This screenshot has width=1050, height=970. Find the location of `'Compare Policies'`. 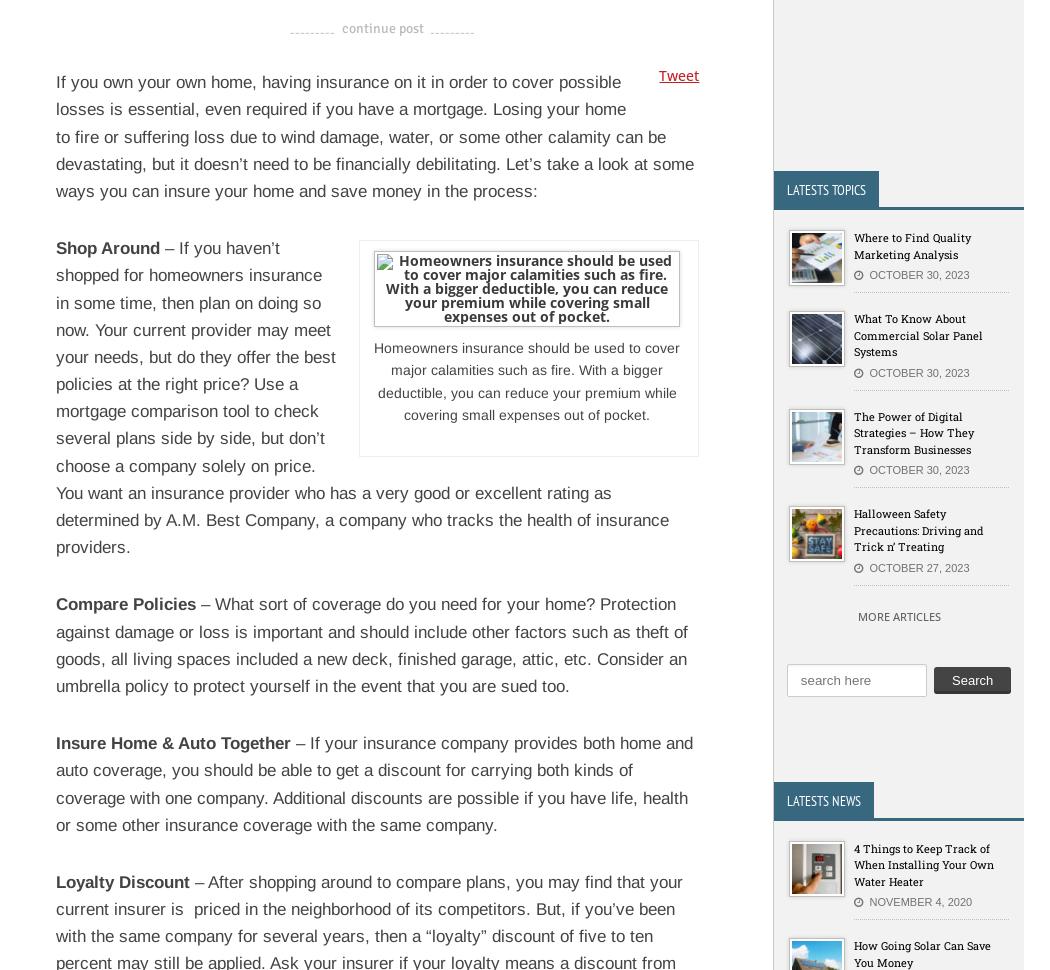

'Compare Policies' is located at coordinates (125, 604).